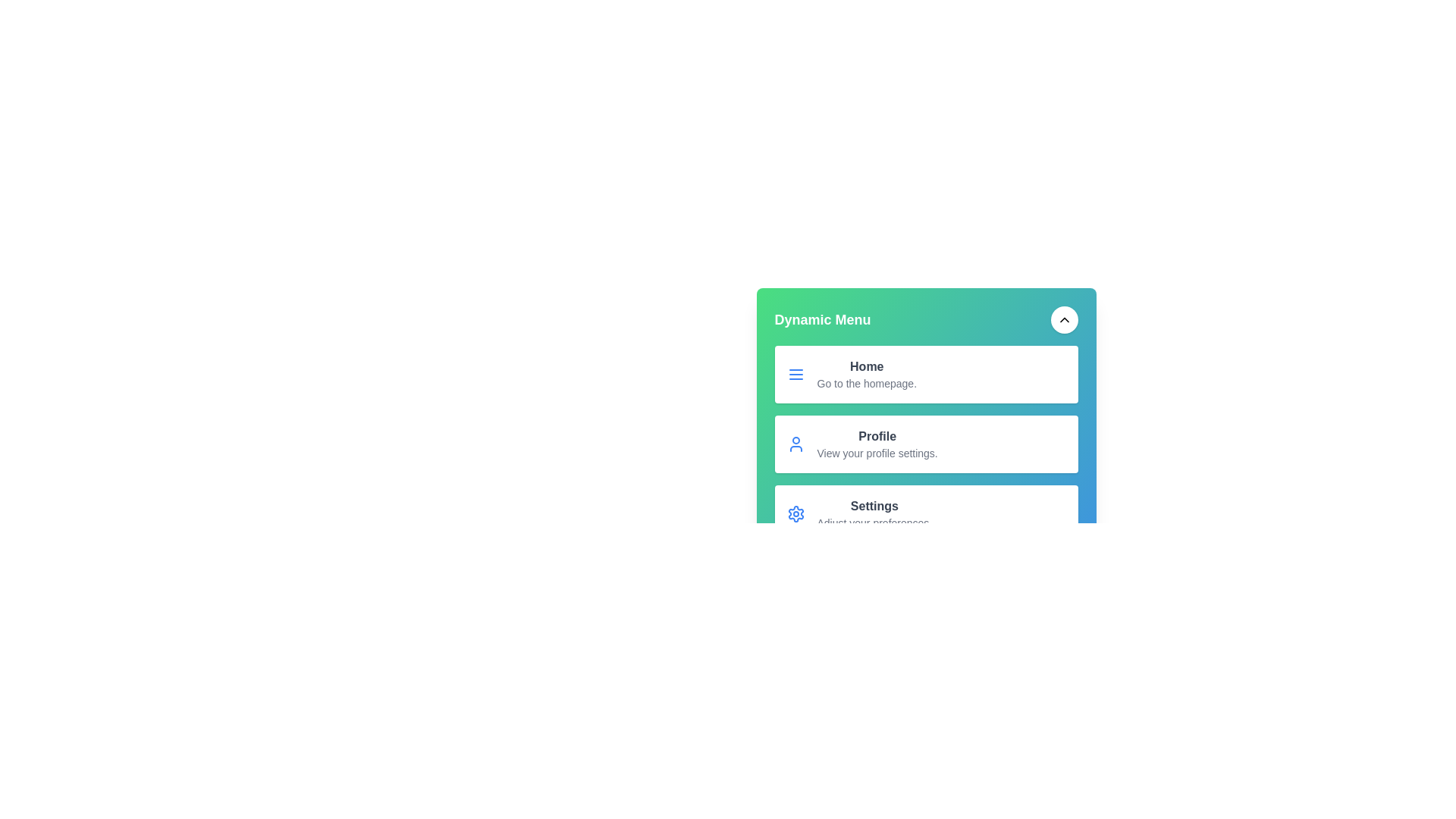  I want to click on the 'Home' button in the menu, so click(925, 396).